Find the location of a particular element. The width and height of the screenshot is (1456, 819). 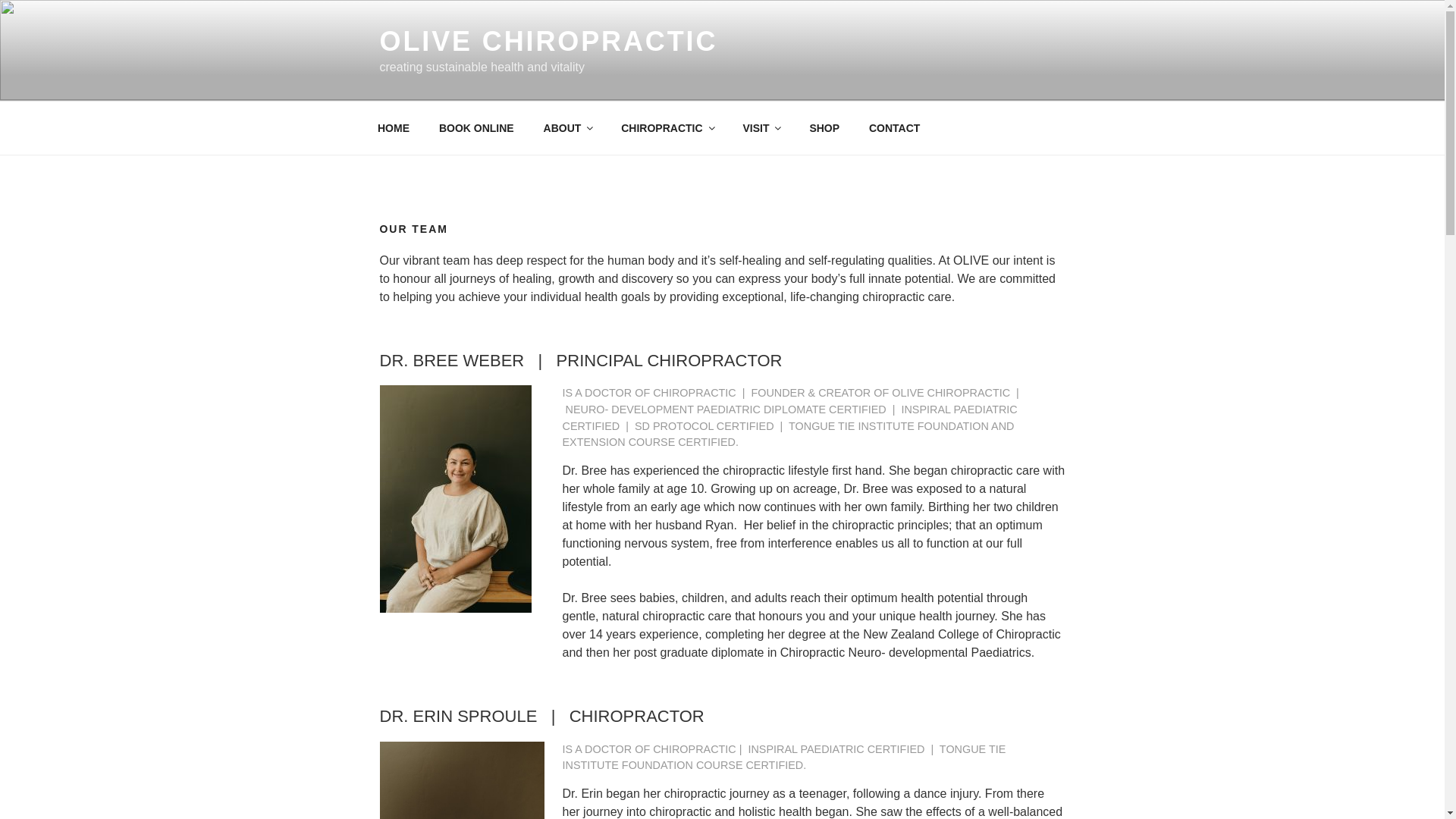

'OLIVE CHIROPRACTIC' is located at coordinates (548, 40).